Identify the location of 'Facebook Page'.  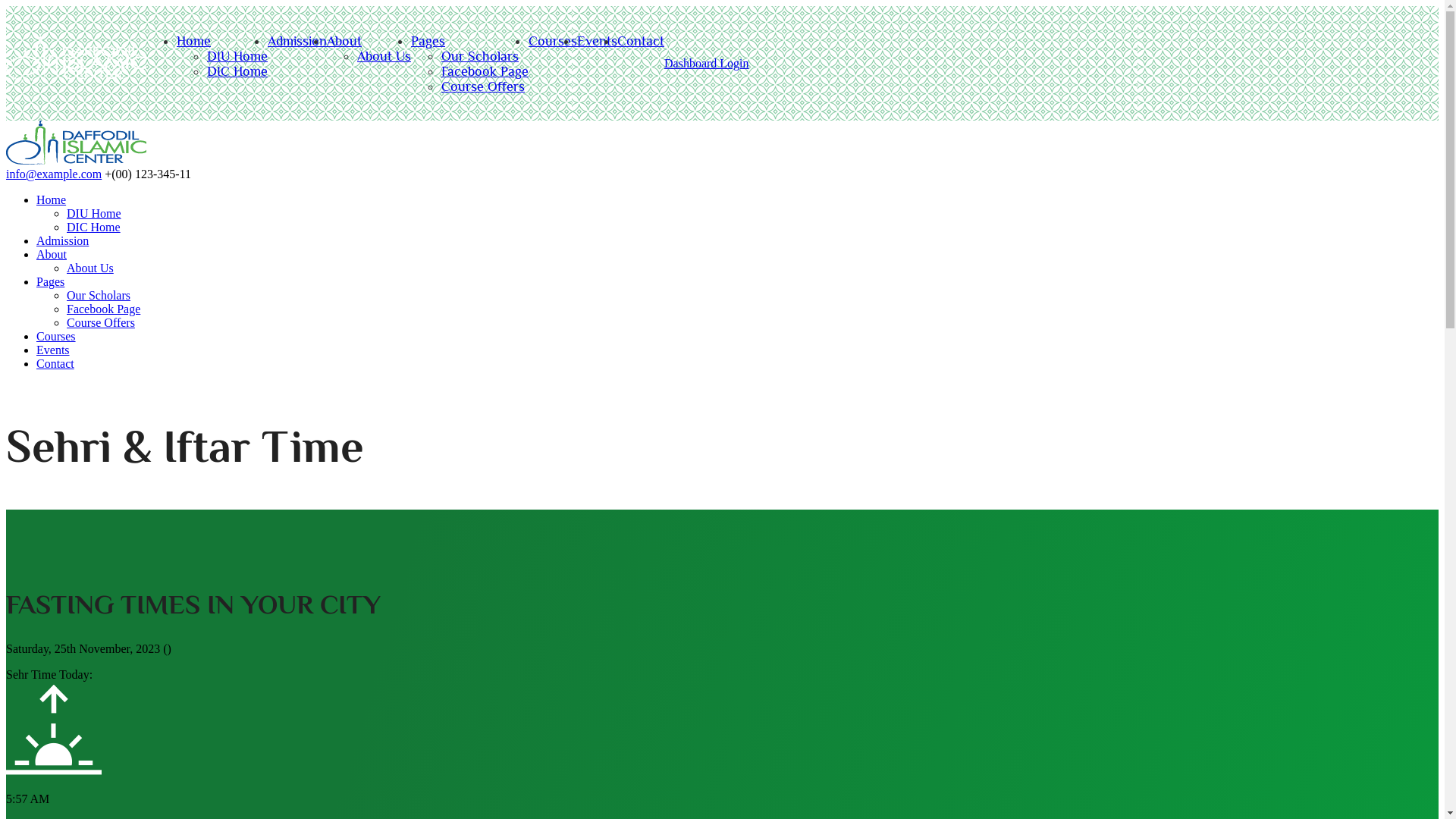
(102, 308).